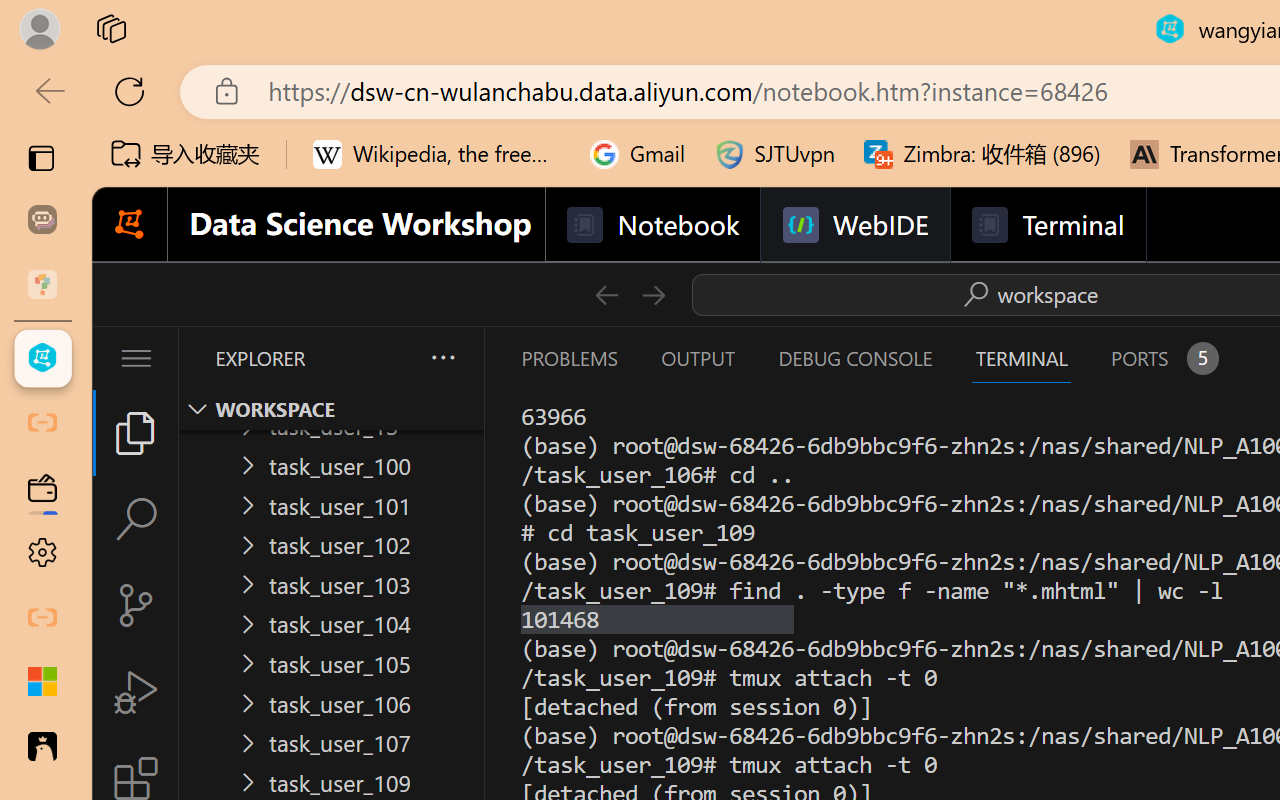  I want to click on 'Class: menubar compact overflow-menu-only', so click(134, 358).